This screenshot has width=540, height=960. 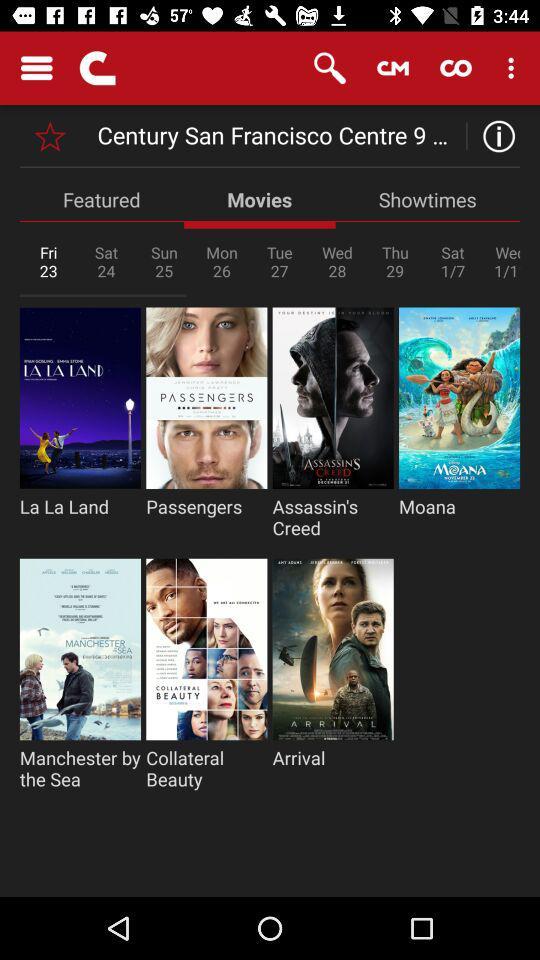 I want to click on current theater as favorite, so click(x=50, y=135).